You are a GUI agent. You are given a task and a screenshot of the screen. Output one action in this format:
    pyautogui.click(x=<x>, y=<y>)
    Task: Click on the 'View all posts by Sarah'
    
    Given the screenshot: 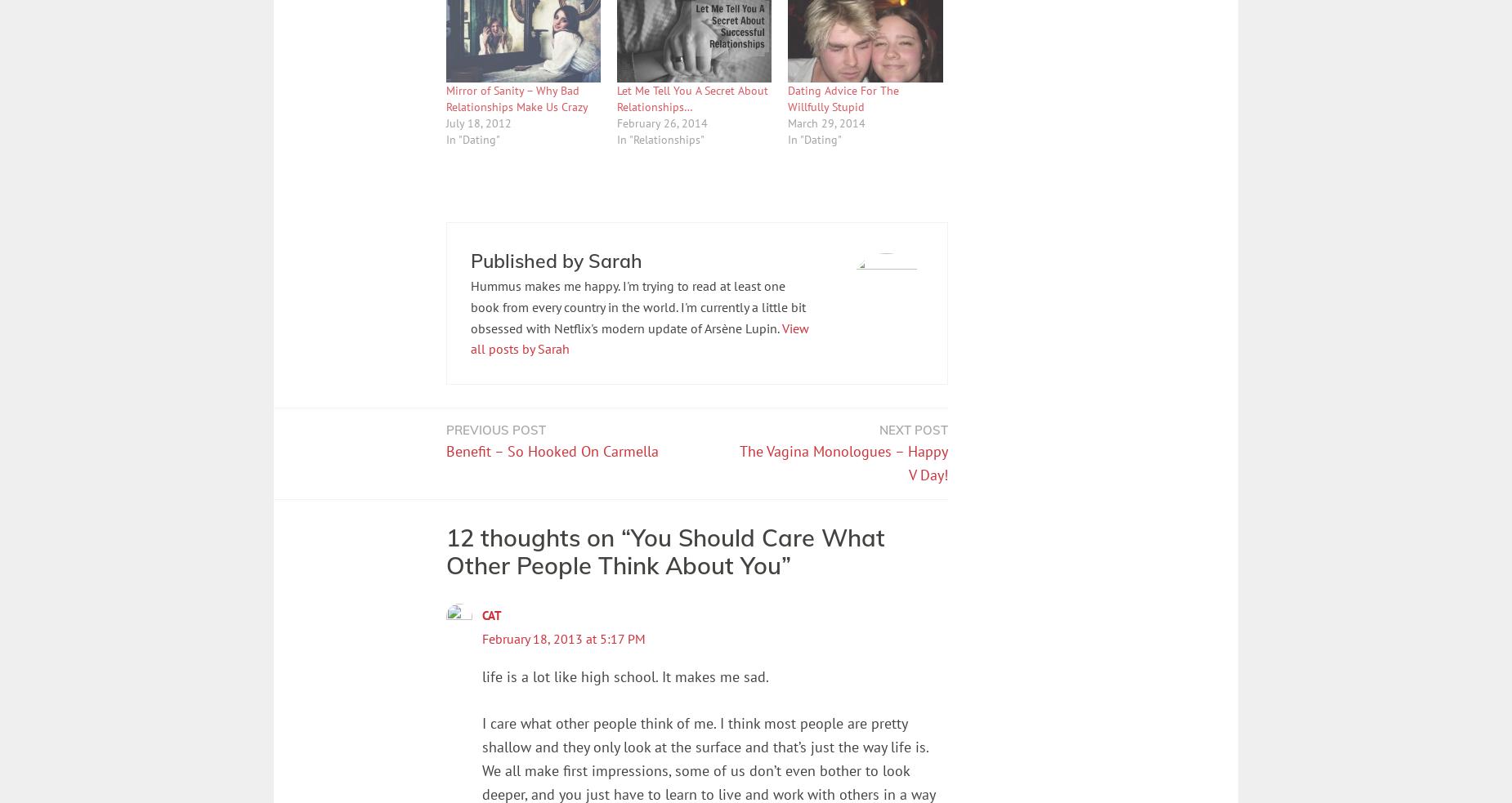 What is the action you would take?
    pyautogui.click(x=638, y=337)
    